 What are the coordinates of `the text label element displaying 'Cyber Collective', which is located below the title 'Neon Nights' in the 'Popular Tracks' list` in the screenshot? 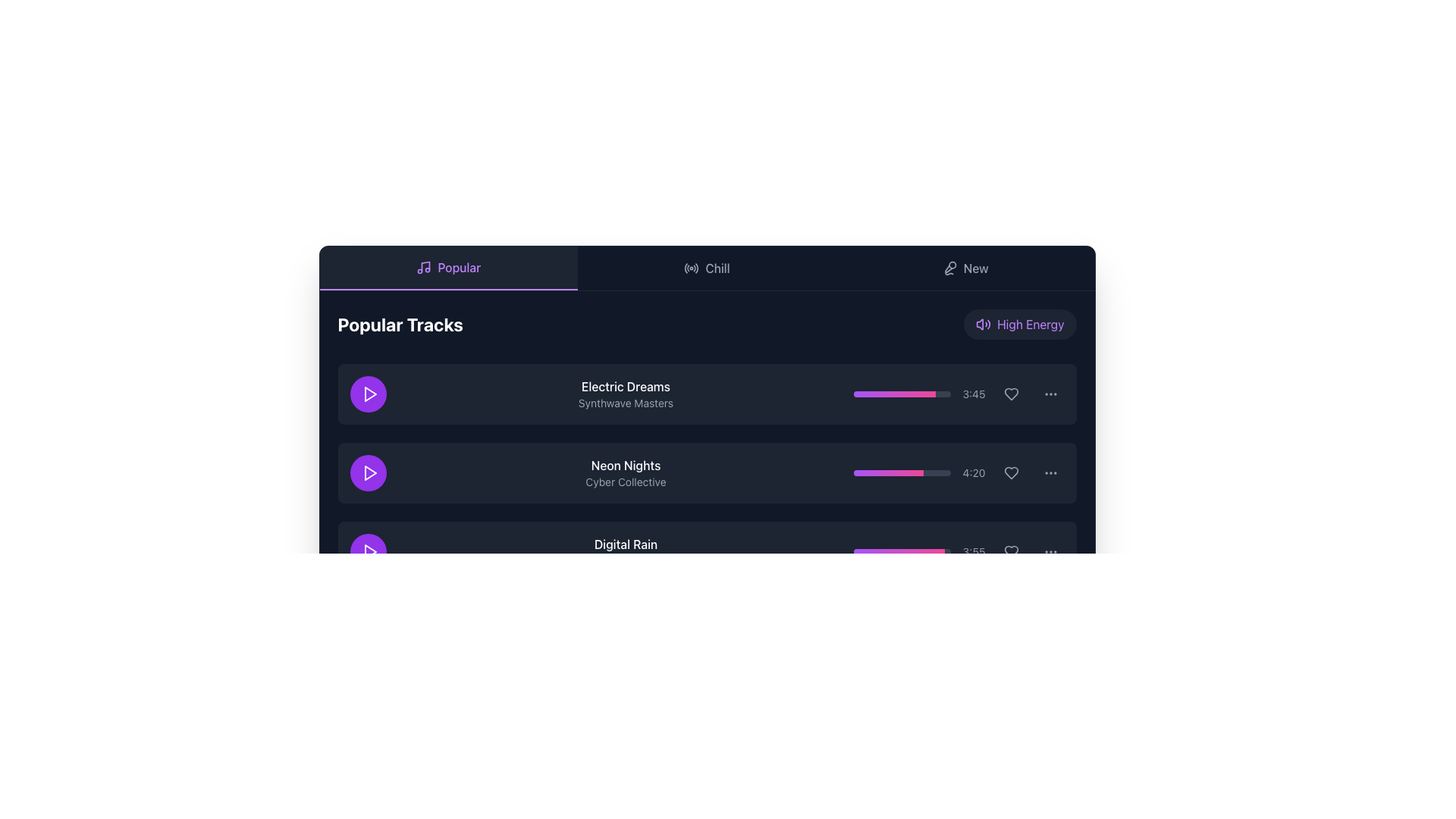 It's located at (626, 482).